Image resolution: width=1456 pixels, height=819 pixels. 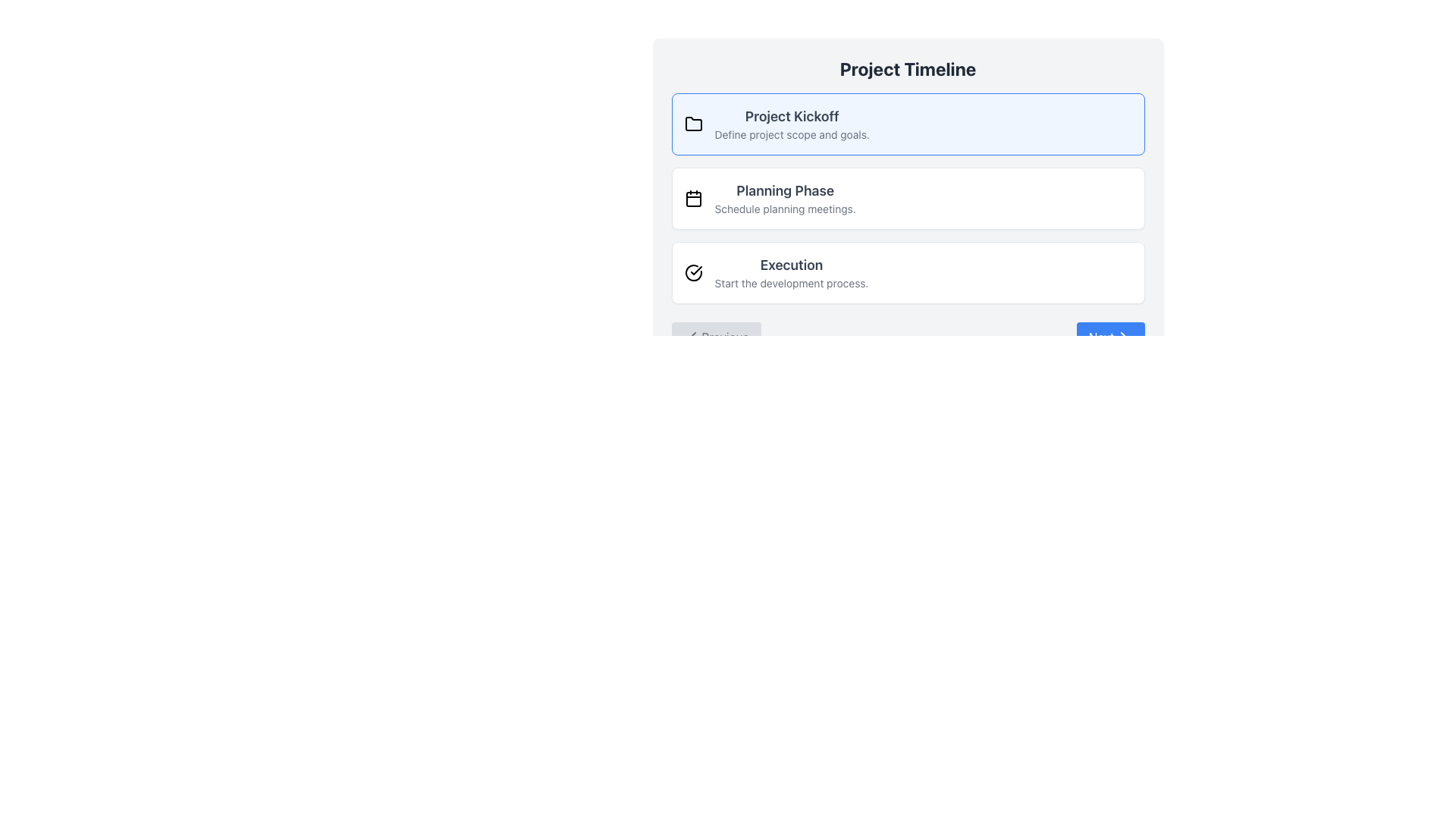 I want to click on the icon indicating 'Execution' which is positioned to the left of the heading within the third item of the 'Project Timeline' interface, so click(x=692, y=271).